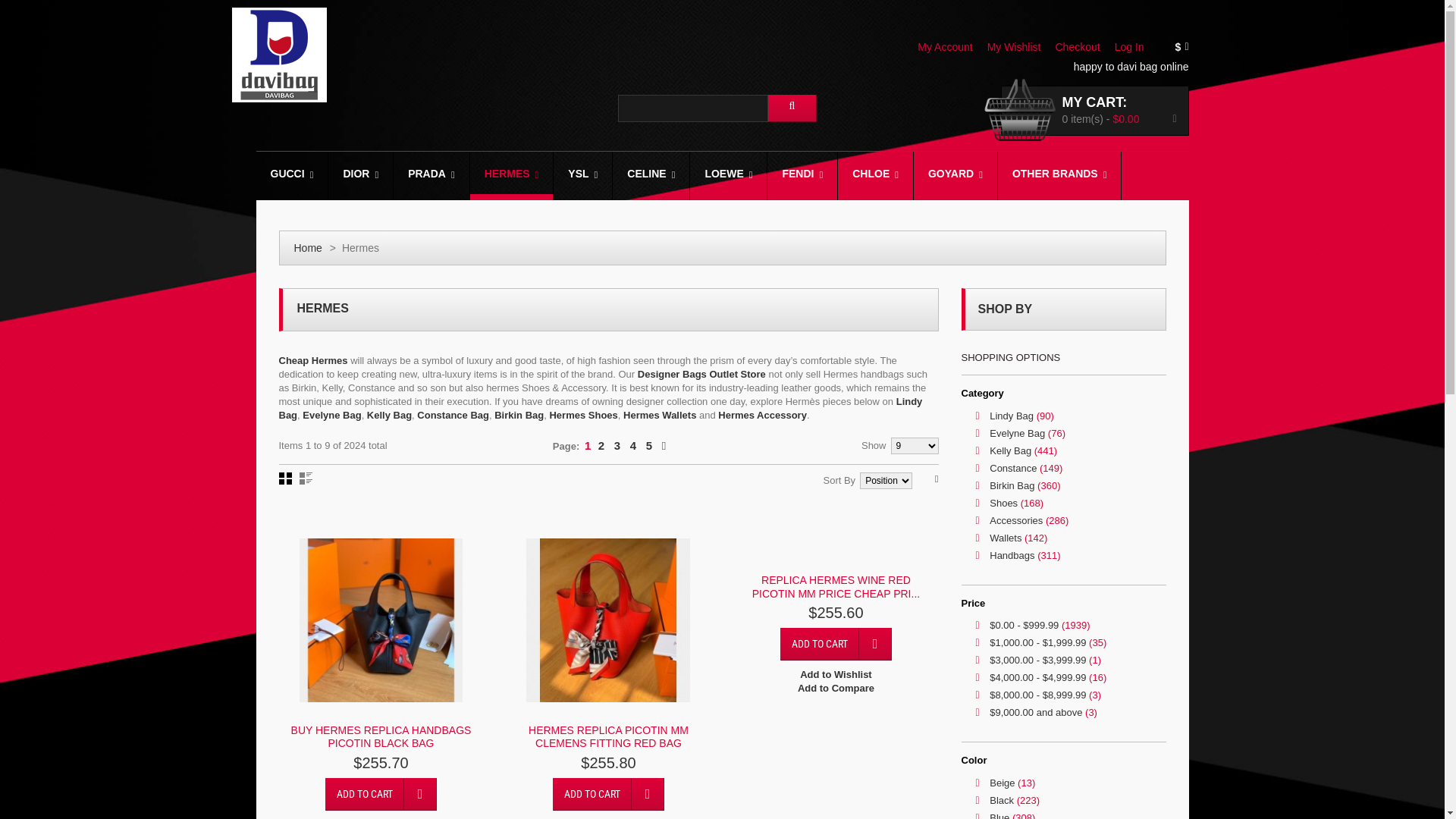 Image resolution: width=1456 pixels, height=819 pixels. I want to click on 'Cheap Hermes', so click(312, 360).